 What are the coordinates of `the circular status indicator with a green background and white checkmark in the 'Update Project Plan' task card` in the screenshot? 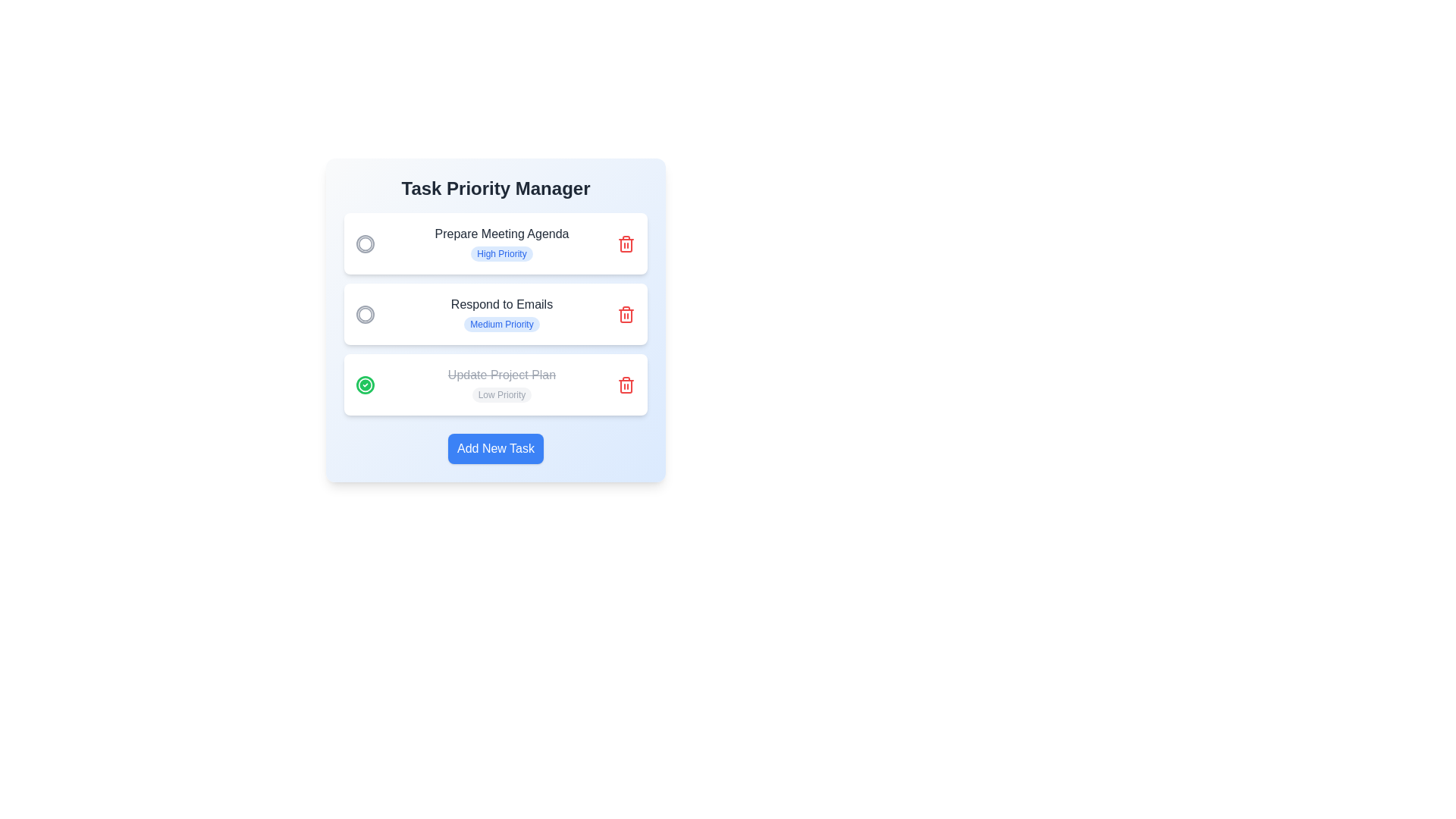 It's located at (365, 384).